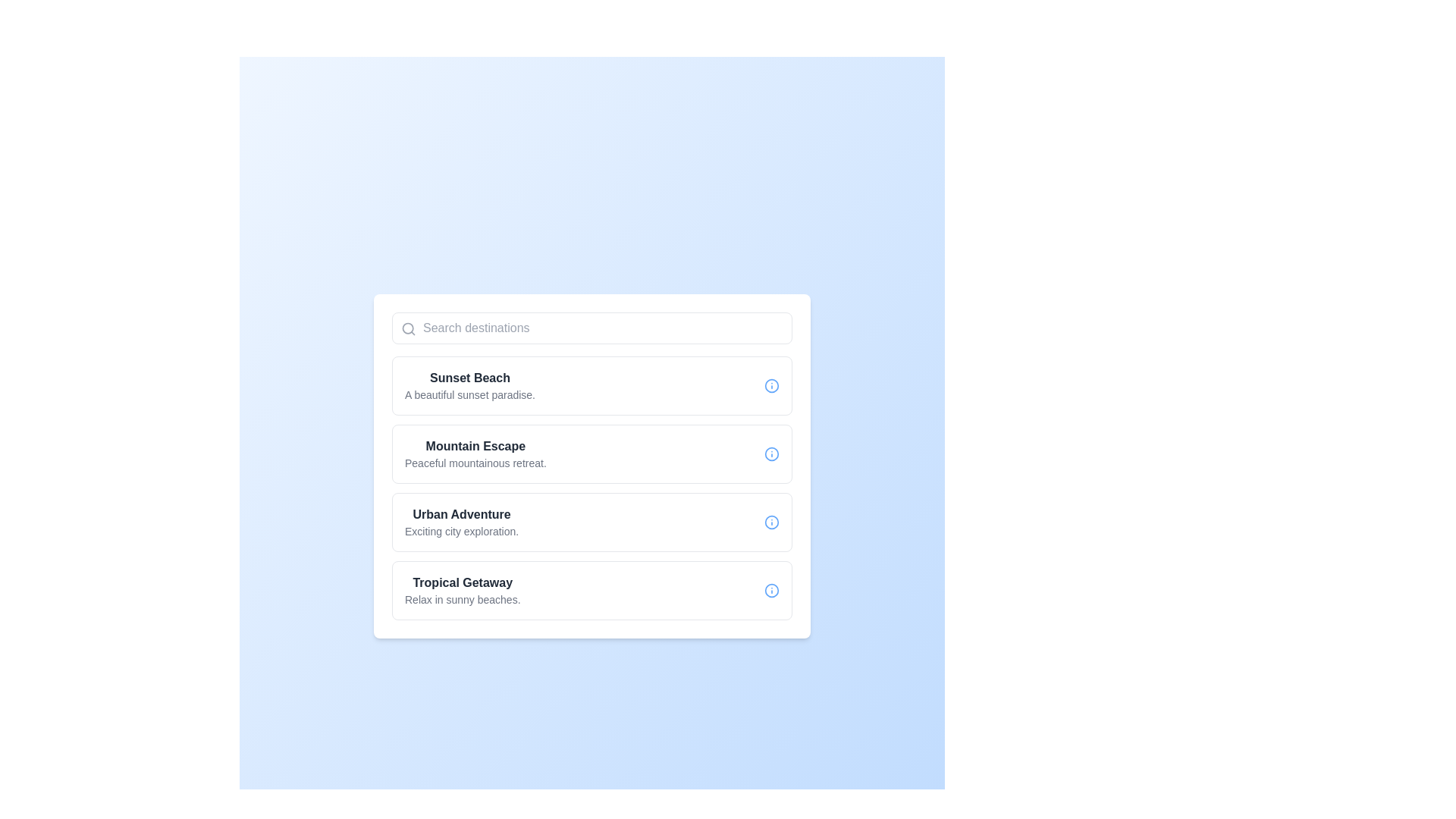 This screenshot has height=819, width=1456. Describe the element at coordinates (462, 582) in the screenshot. I see `the static text label that displays the title or name of the destination option, which is the fourth item in a vertical stack of destination options, located directly above the descriptive text 'Relax in sunny beaches.'` at that location.